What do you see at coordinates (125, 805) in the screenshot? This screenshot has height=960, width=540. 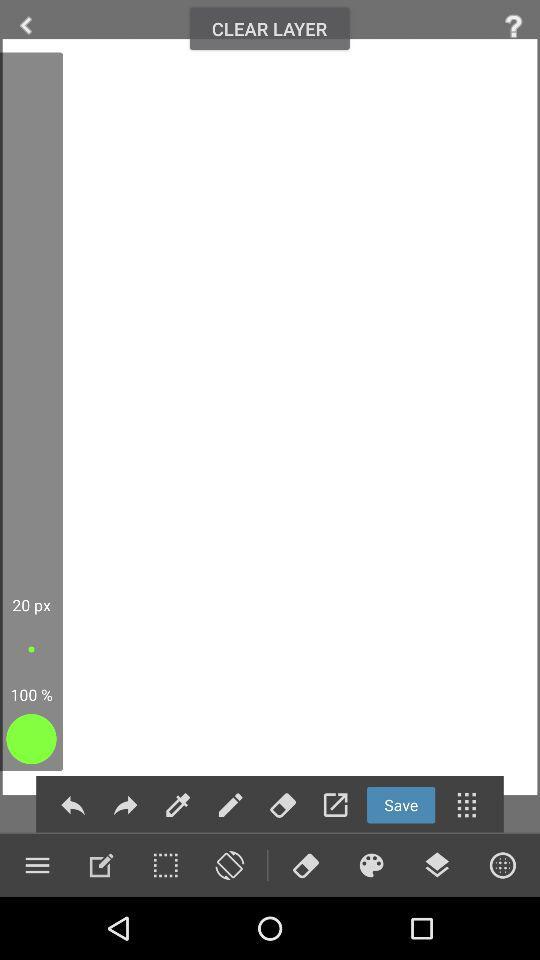 I see `skip to the next` at bounding box center [125, 805].